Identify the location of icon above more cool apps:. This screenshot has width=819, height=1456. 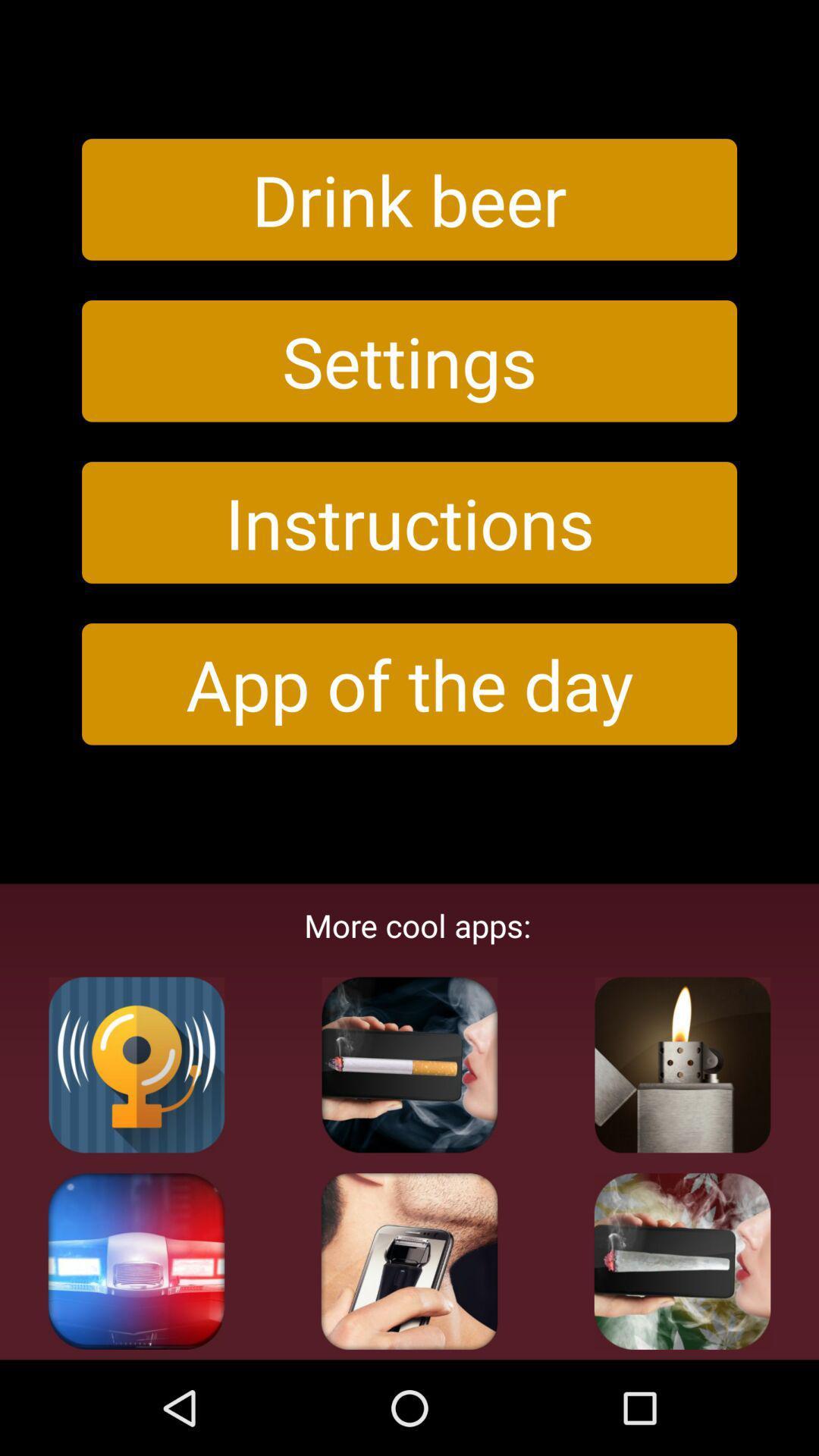
(409, 683).